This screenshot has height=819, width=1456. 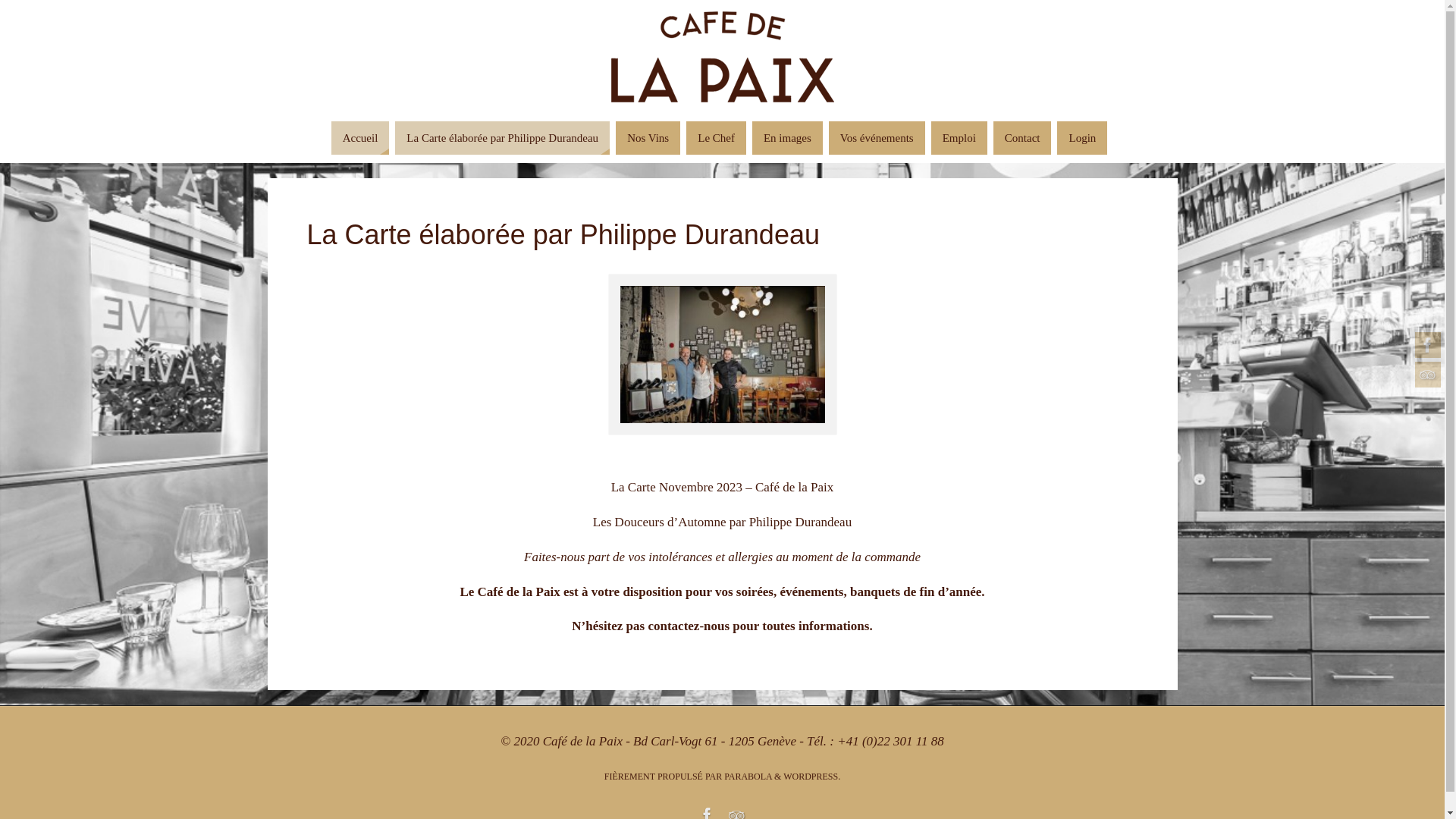 I want to click on 'Emploi', so click(x=959, y=137).